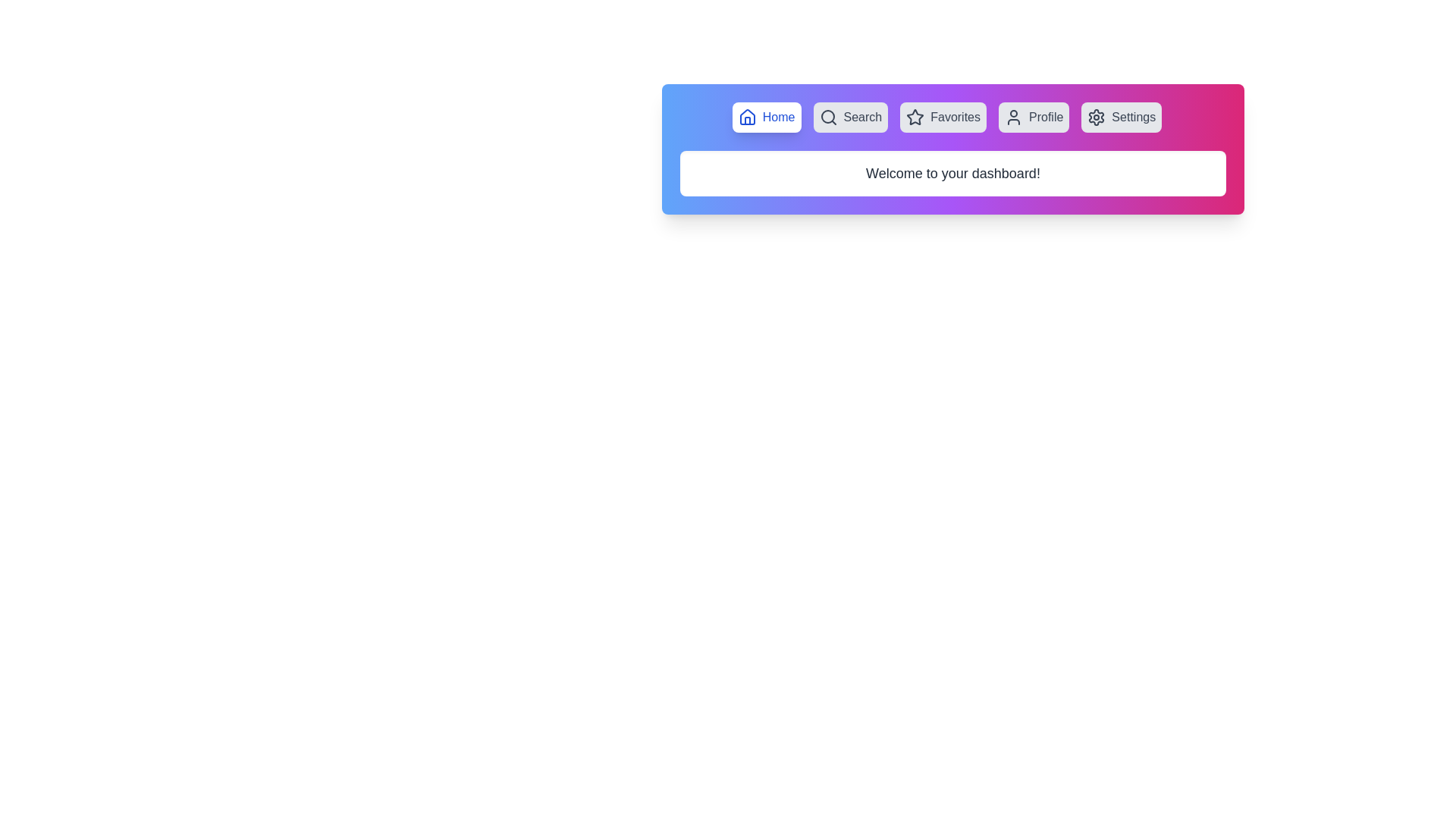  Describe the element at coordinates (1045, 116) in the screenshot. I see `the 'Profile' text label located in the navigation bar, which is the fourth item, positioned between 'Favorites' and 'Settings'` at that location.